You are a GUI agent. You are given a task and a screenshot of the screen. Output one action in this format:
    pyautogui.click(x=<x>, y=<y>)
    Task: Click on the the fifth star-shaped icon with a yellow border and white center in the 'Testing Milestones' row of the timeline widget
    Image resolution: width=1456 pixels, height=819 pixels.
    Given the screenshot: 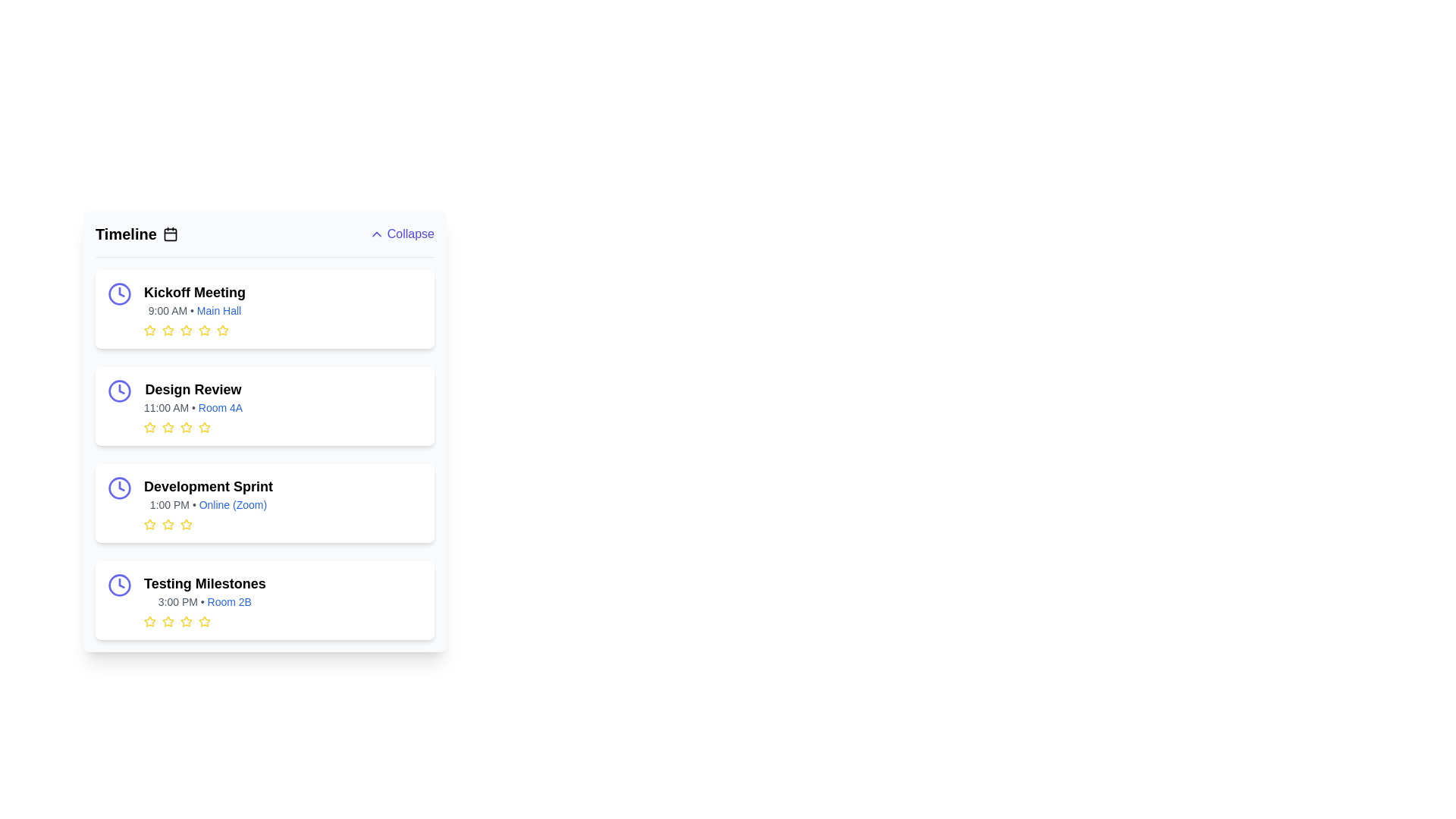 What is the action you would take?
    pyautogui.click(x=203, y=621)
    